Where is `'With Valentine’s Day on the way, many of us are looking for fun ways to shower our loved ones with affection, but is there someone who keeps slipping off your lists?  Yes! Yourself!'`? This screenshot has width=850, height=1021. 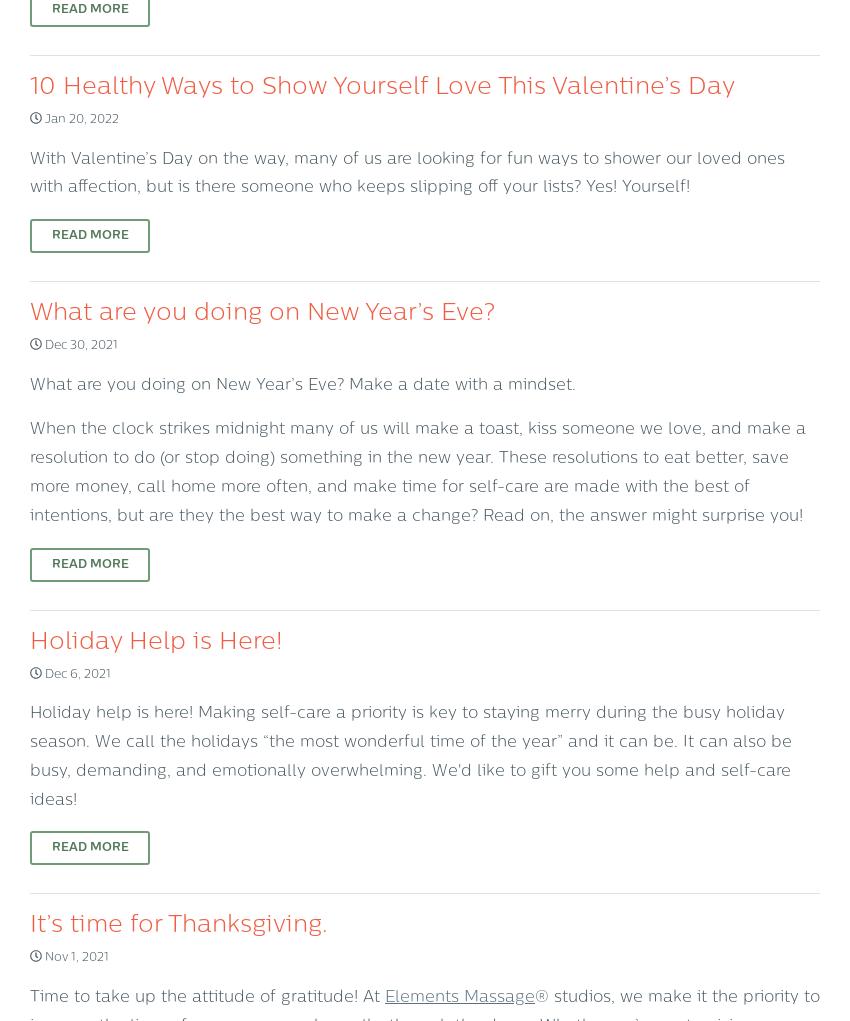 'With Valentine’s Day on the way, many of us are looking for fun ways to shower our loved ones with affection, but is there someone who keeps slipping off your lists?  Yes! Yourself!' is located at coordinates (407, 172).